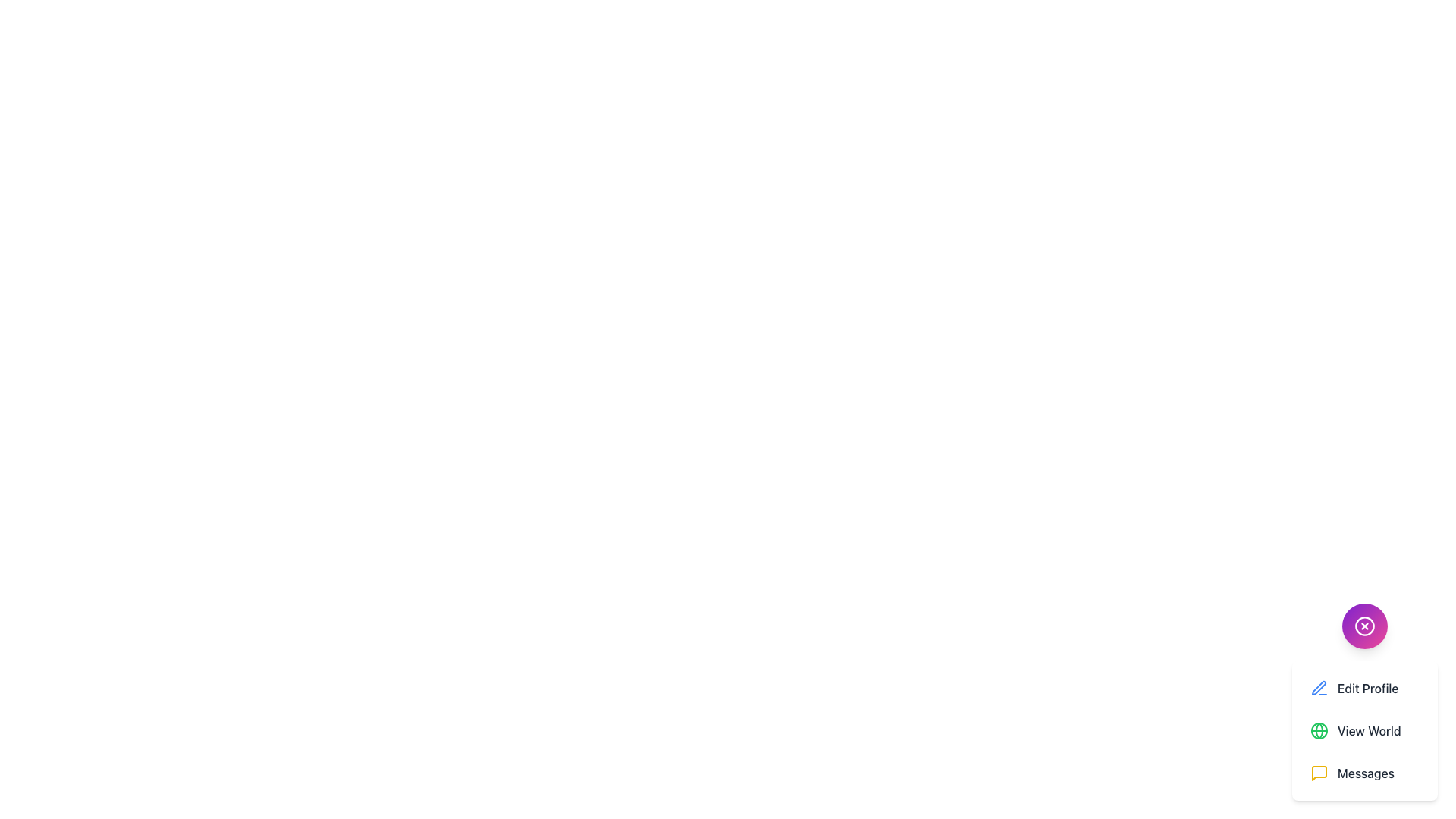 The width and height of the screenshot is (1456, 819). Describe the element at coordinates (1318, 730) in the screenshot. I see `the globe icon, which is a circular icon with intersecting curved lines in green, located to the left of the 'View World' text in a vertical menu structure` at that location.